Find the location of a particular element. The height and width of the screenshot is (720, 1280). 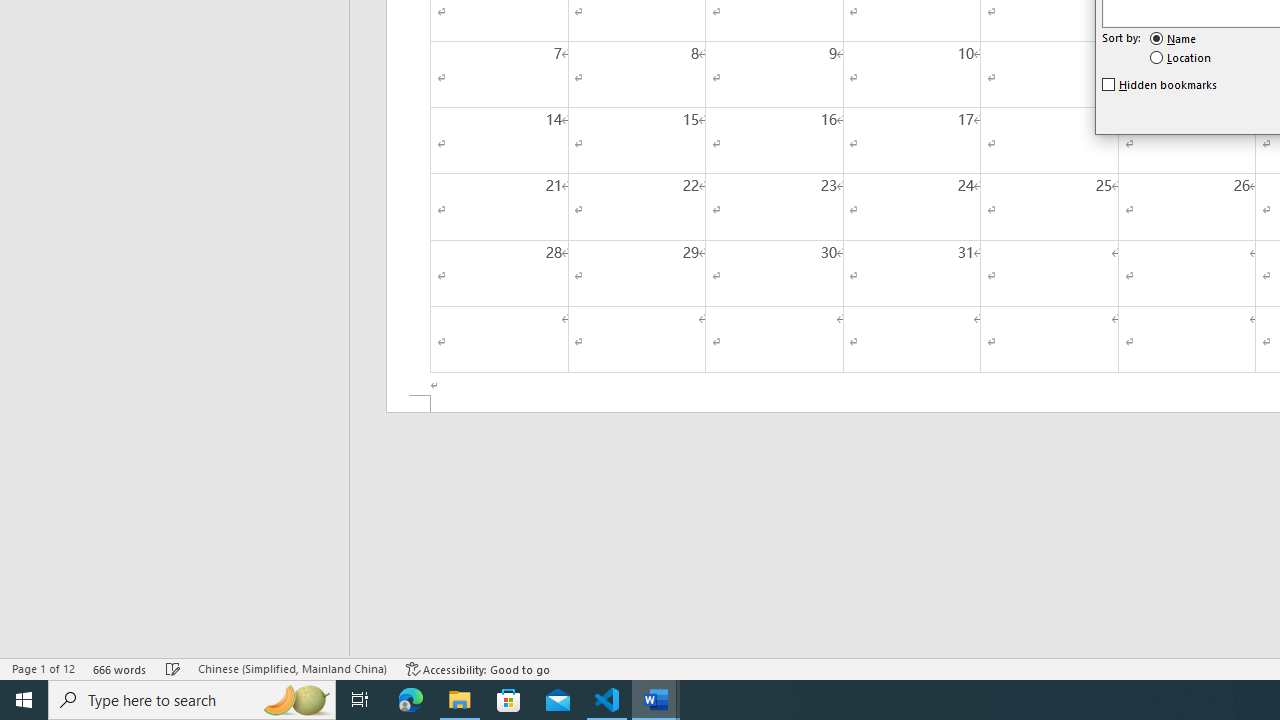

'Task View' is located at coordinates (359, 698).